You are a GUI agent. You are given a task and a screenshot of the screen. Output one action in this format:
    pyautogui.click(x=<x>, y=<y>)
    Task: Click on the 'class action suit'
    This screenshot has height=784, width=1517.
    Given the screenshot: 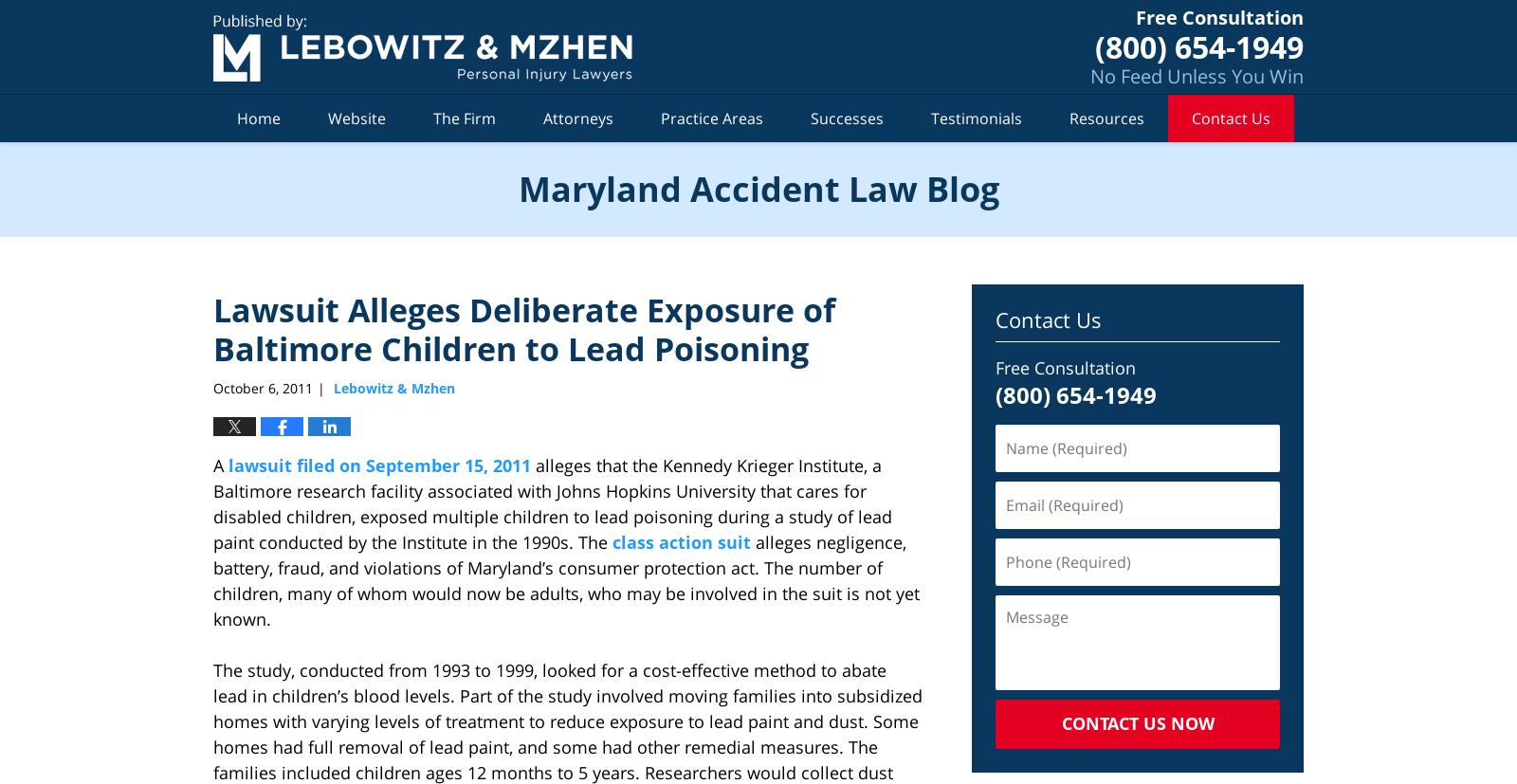 What is the action you would take?
    pyautogui.click(x=682, y=541)
    